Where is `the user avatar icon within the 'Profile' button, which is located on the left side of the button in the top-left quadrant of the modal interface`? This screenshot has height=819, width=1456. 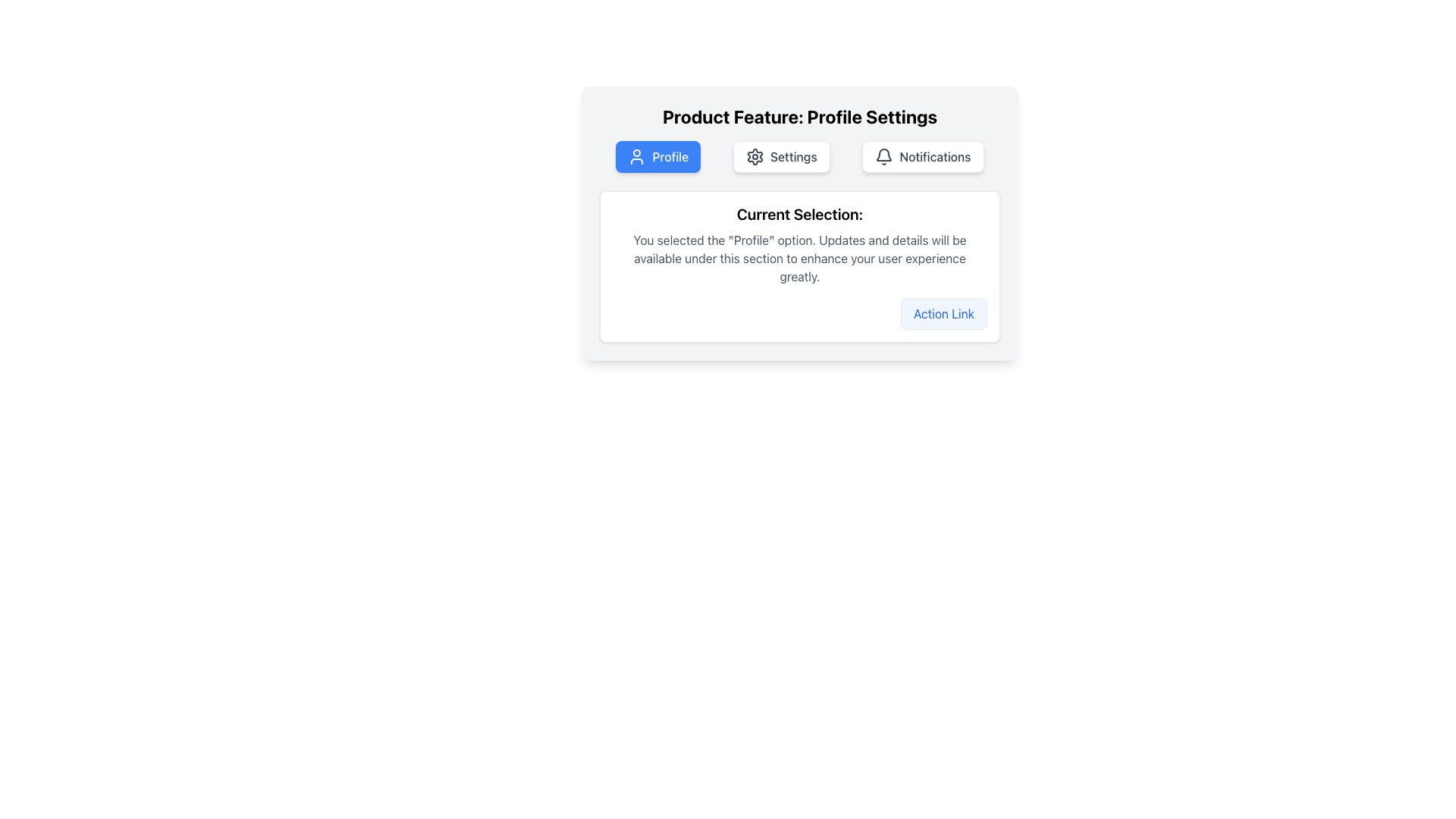 the user avatar icon within the 'Profile' button, which is located on the left side of the button in the top-left quadrant of the modal interface is located at coordinates (637, 157).